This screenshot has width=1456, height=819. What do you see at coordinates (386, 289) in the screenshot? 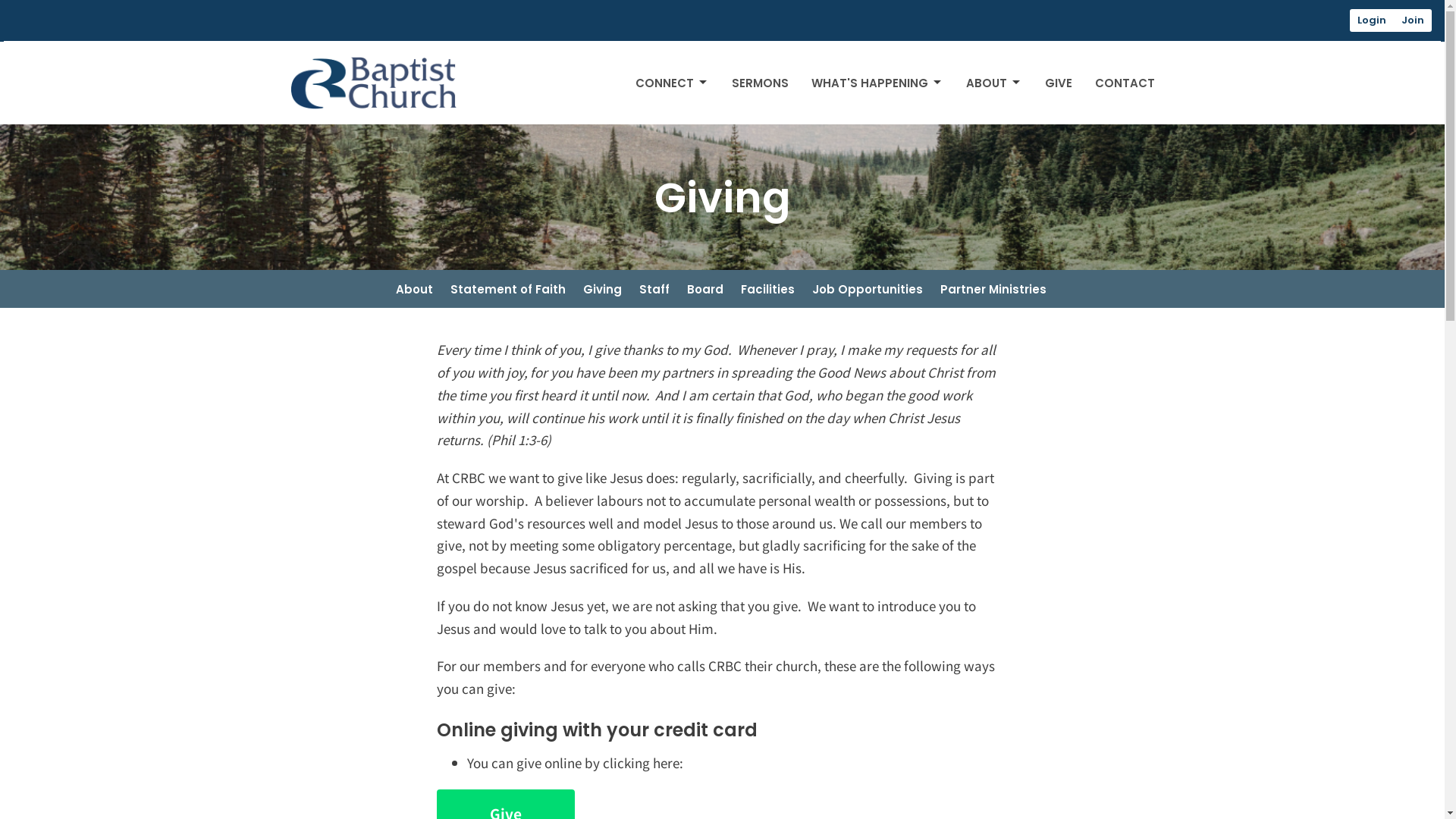
I see `'About'` at bounding box center [386, 289].